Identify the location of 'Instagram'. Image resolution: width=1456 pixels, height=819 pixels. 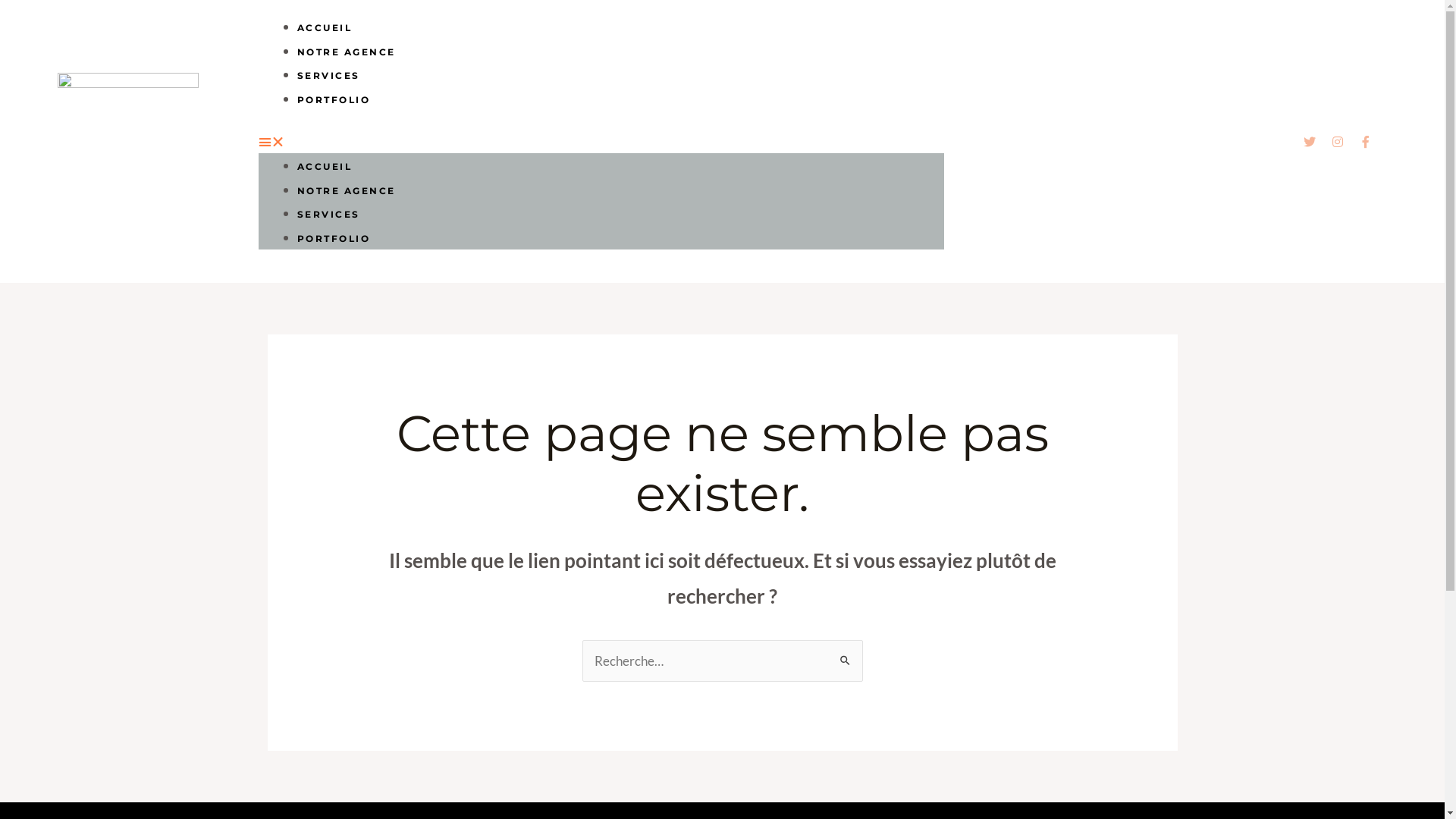
(1337, 141).